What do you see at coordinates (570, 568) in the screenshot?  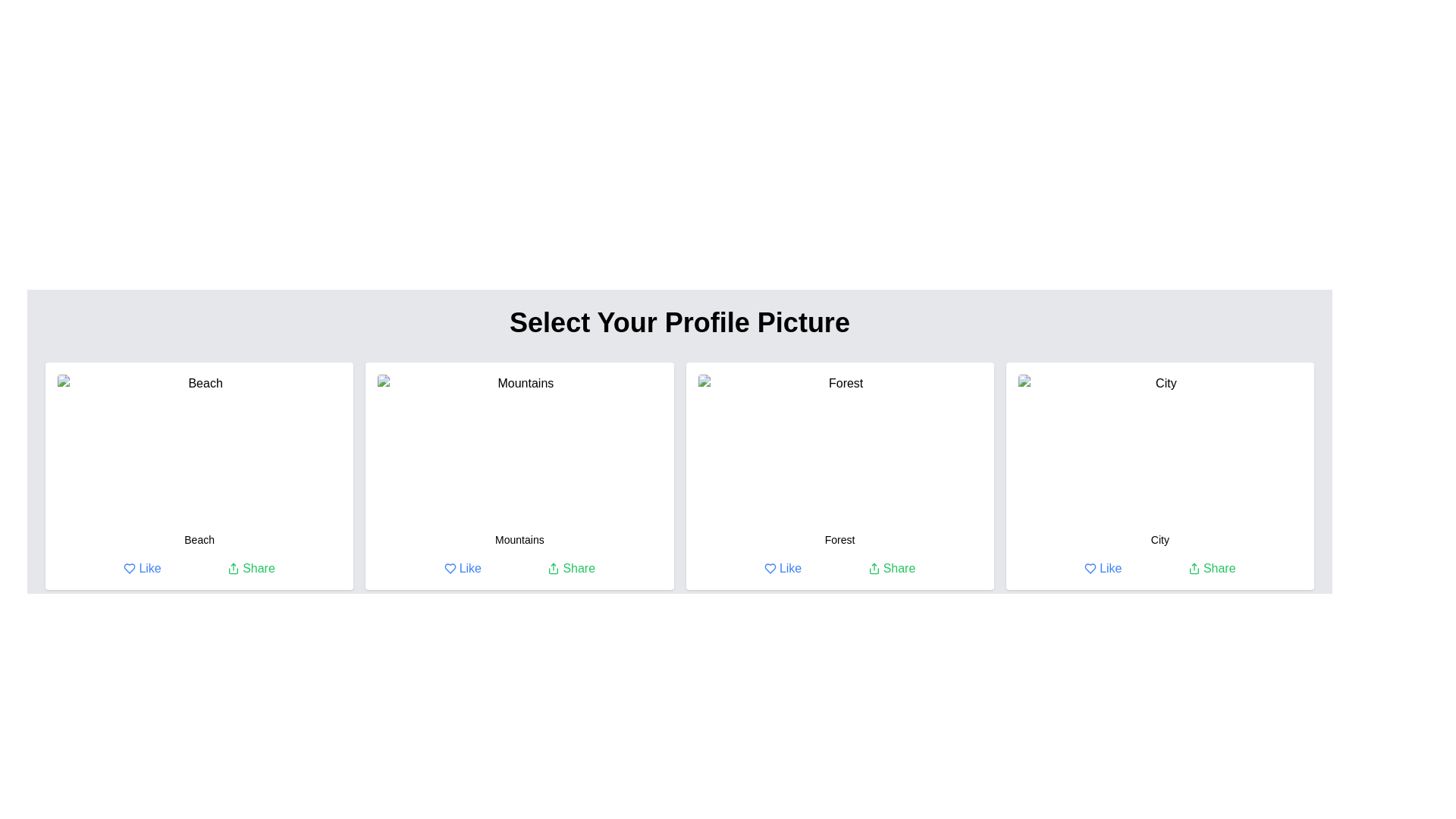 I see `the 'Share' button located to the right of the 'Like' button under the 'Mountains' profile picture to share content` at bounding box center [570, 568].